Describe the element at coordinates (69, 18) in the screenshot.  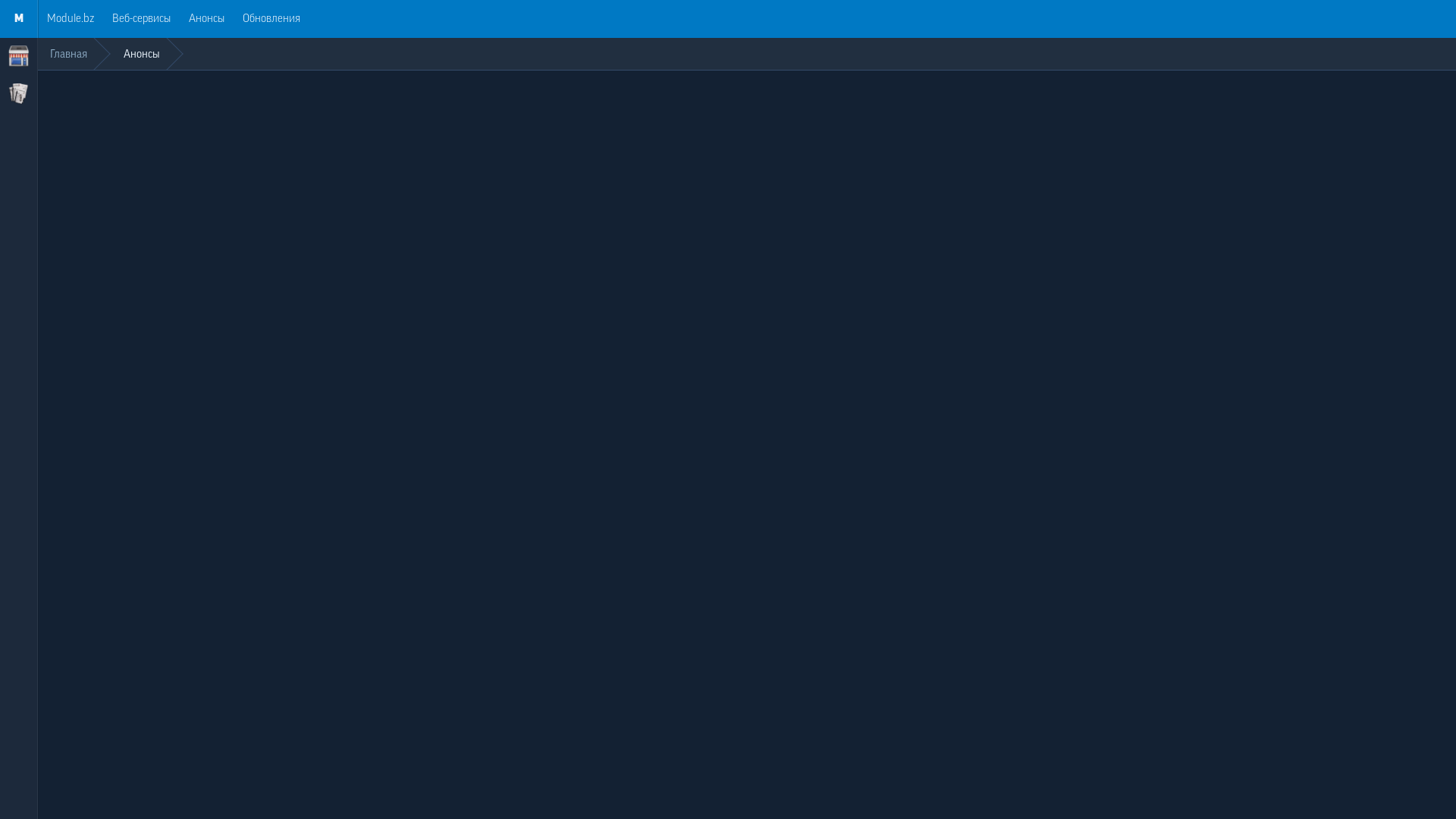
I see `'Module.bz'` at that location.